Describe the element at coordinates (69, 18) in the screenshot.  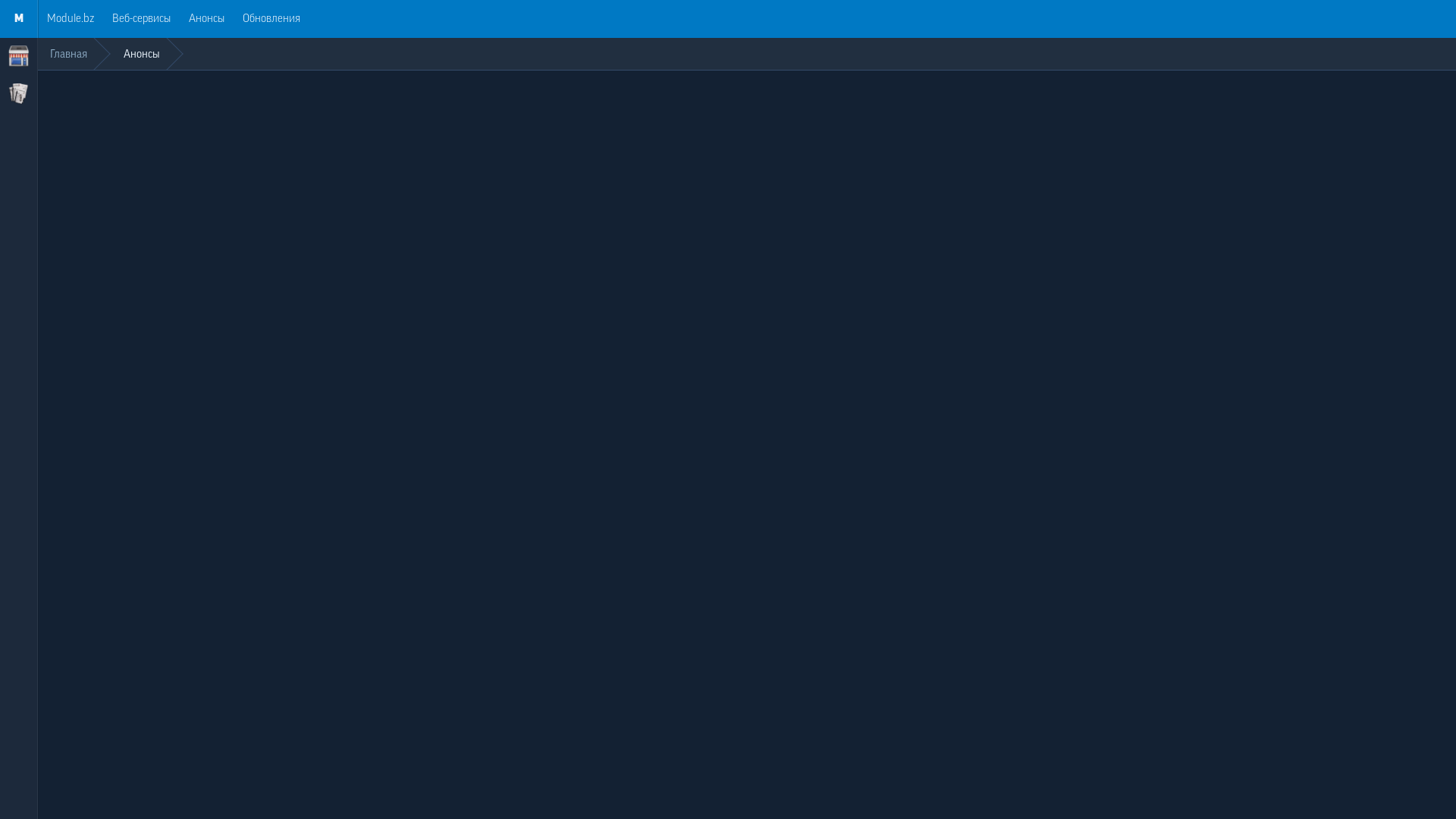
I see `'Module.bz'` at that location.